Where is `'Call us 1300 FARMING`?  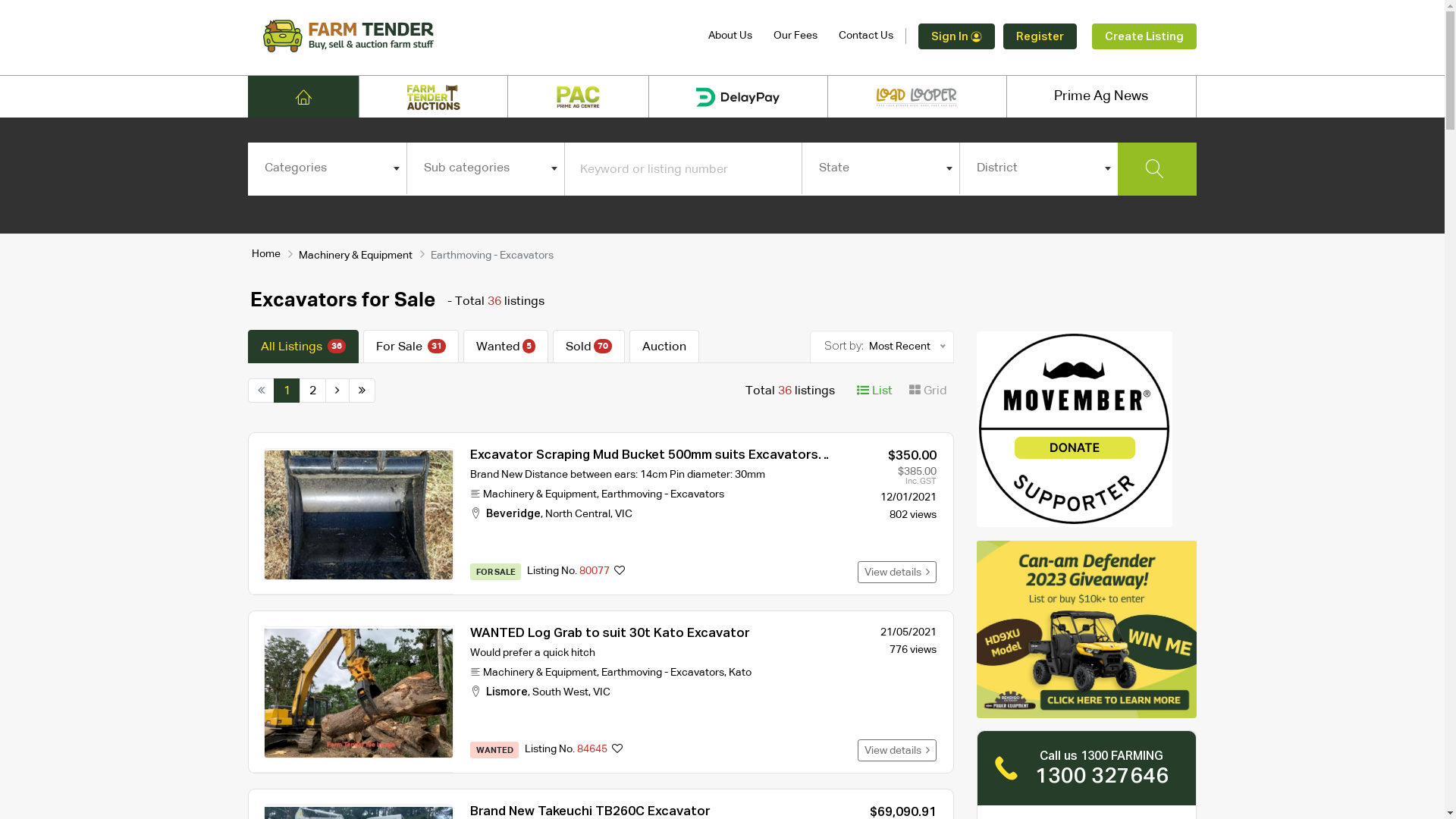 'Call us 1300 FARMING is located at coordinates (1086, 768).